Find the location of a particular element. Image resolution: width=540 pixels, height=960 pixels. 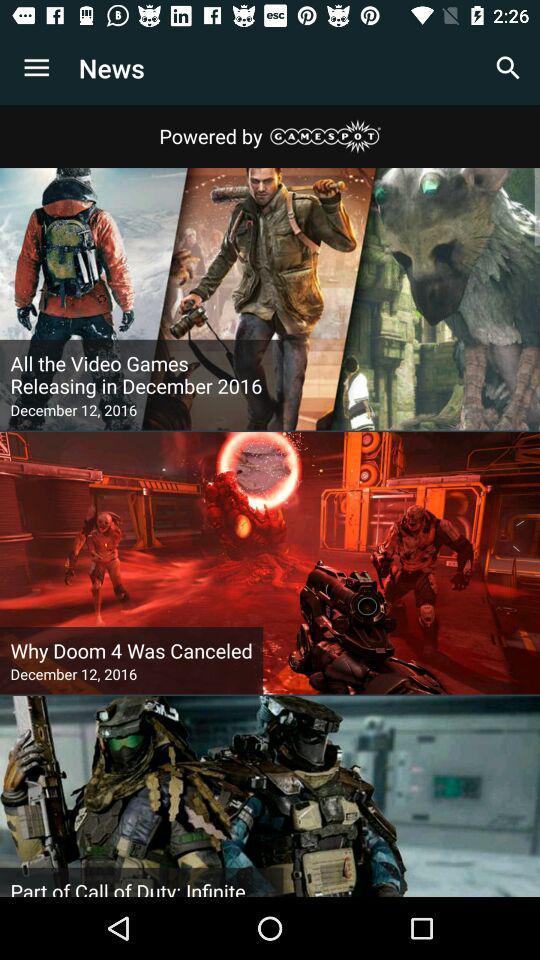

the why doom 4 icon is located at coordinates (131, 649).